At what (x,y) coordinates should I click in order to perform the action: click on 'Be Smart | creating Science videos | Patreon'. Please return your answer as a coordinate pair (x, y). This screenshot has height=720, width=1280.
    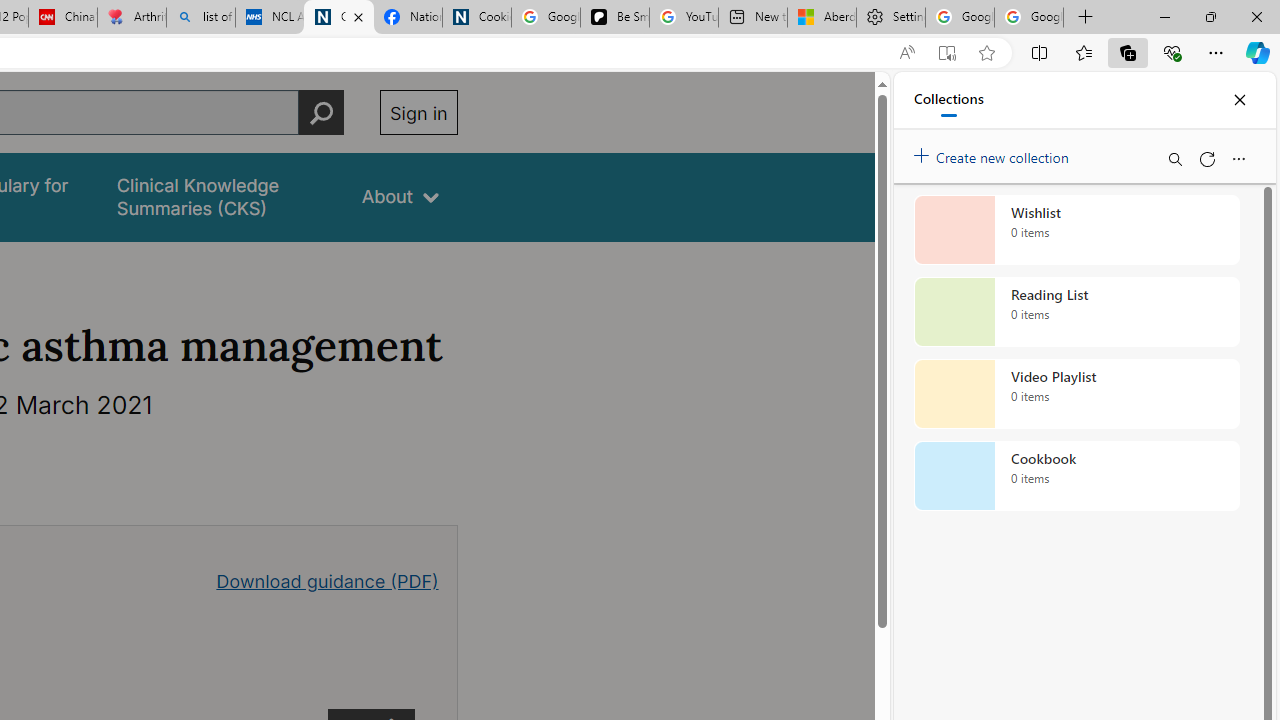
    Looking at the image, I should click on (614, 17).